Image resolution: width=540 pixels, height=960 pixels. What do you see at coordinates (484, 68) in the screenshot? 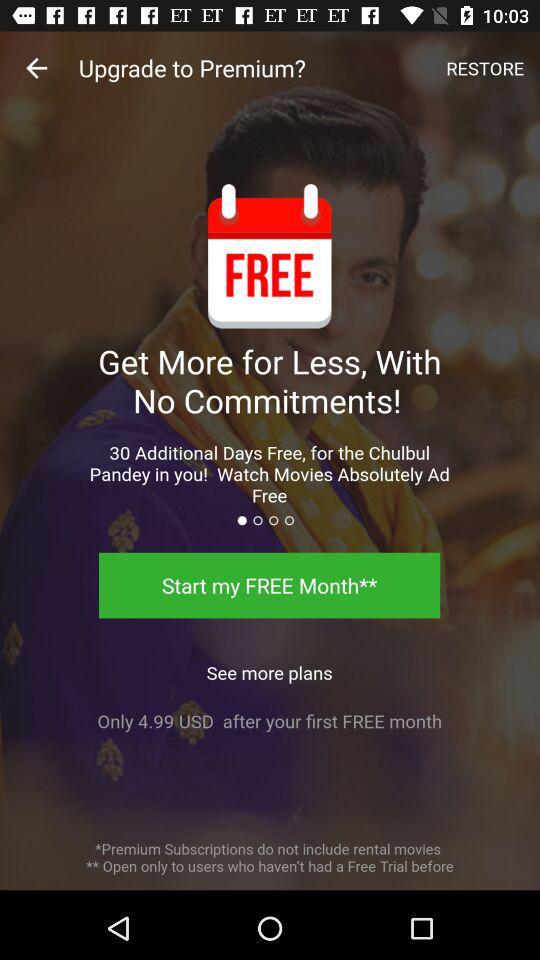
I see `icon above the get more for icon` at bounding box center [484, 68].